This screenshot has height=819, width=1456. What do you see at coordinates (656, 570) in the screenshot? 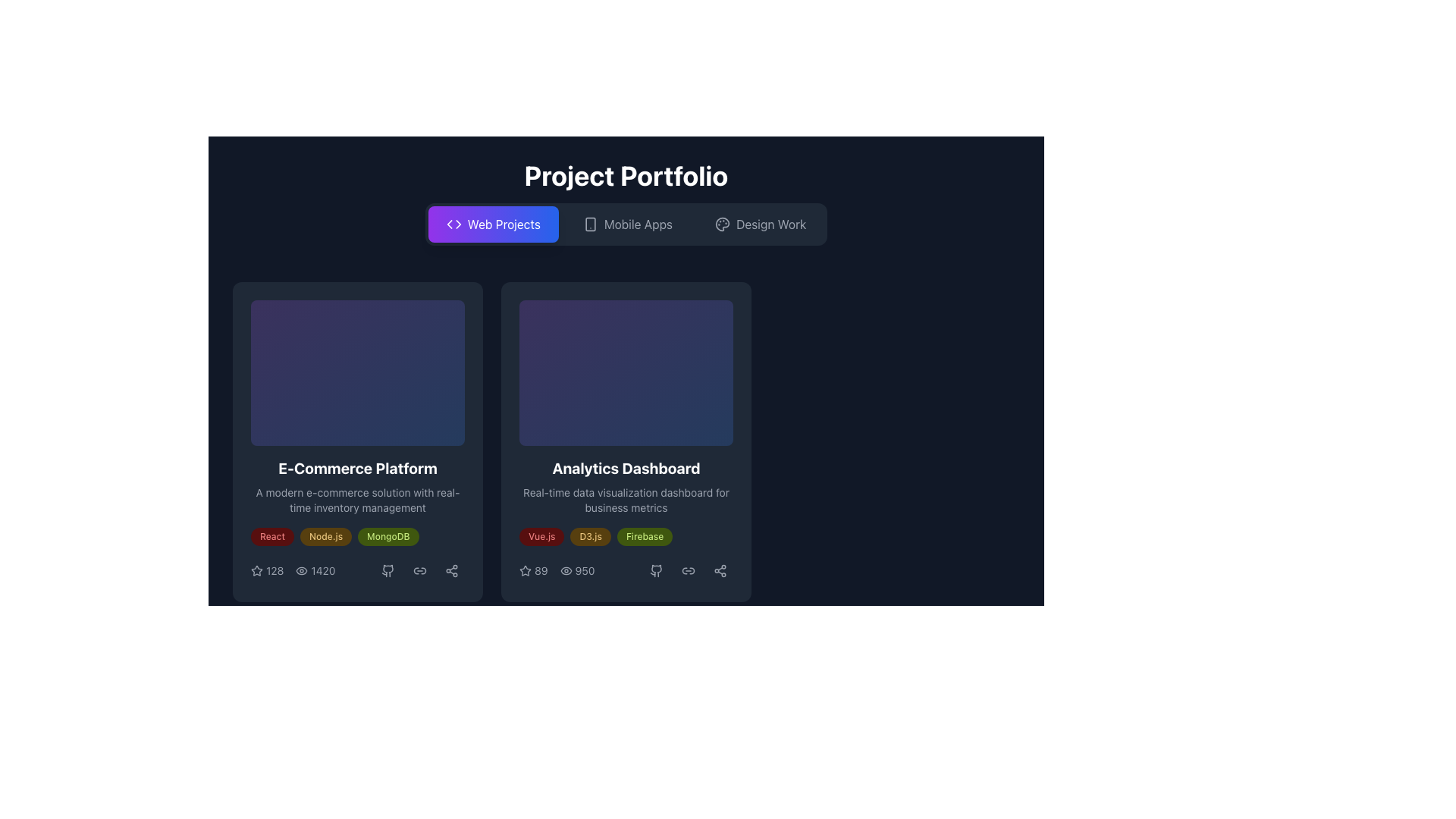
I see `the GitHub icon located in the bottom-right corner of the 'Analytics Dashboard' card, which serves as a link to a GitHub repository` at bounding box center [656, 570].